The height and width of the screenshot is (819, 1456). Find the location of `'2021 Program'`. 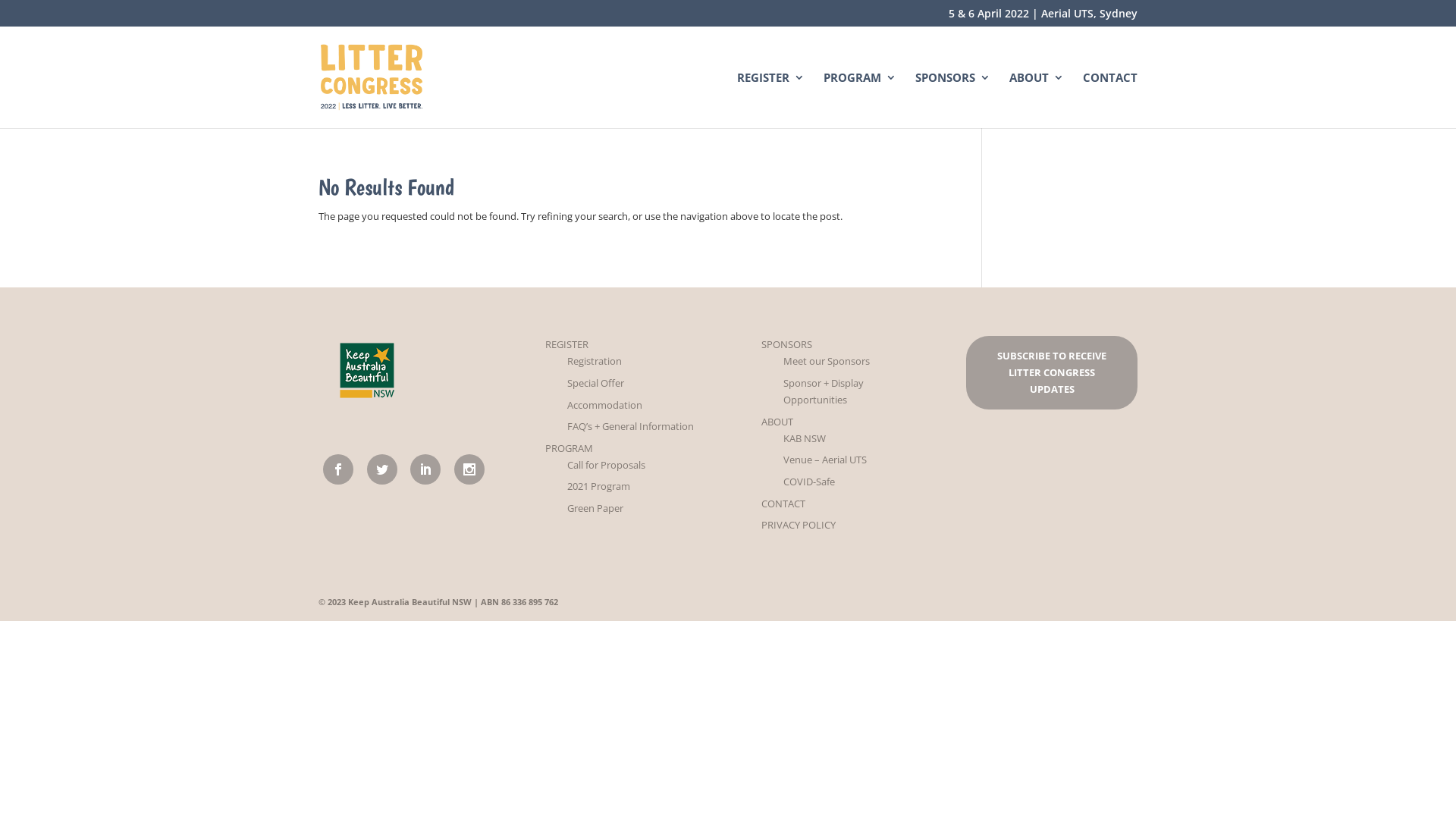

'2021 Program' is located at coordinates (598, 485).